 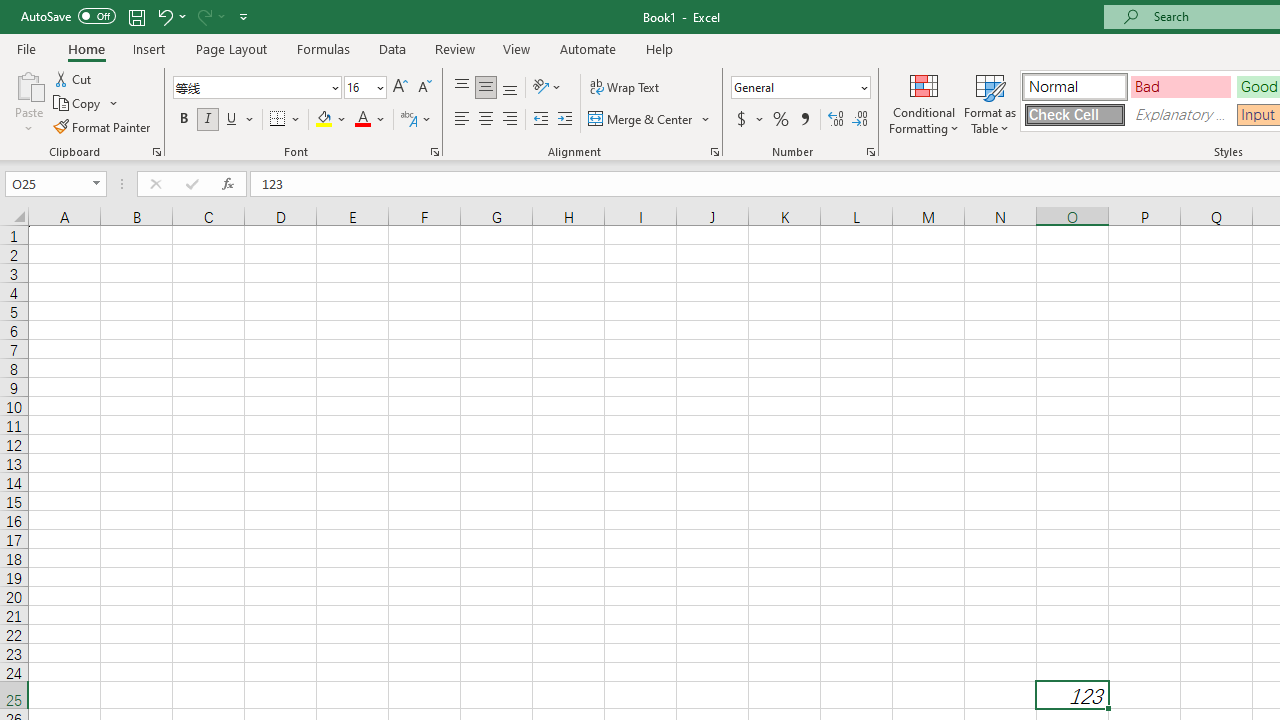 What do you see at coordinates (485, 86) in the screenshot?
I see `'Middle Align'` at bounding box center [485, 86].